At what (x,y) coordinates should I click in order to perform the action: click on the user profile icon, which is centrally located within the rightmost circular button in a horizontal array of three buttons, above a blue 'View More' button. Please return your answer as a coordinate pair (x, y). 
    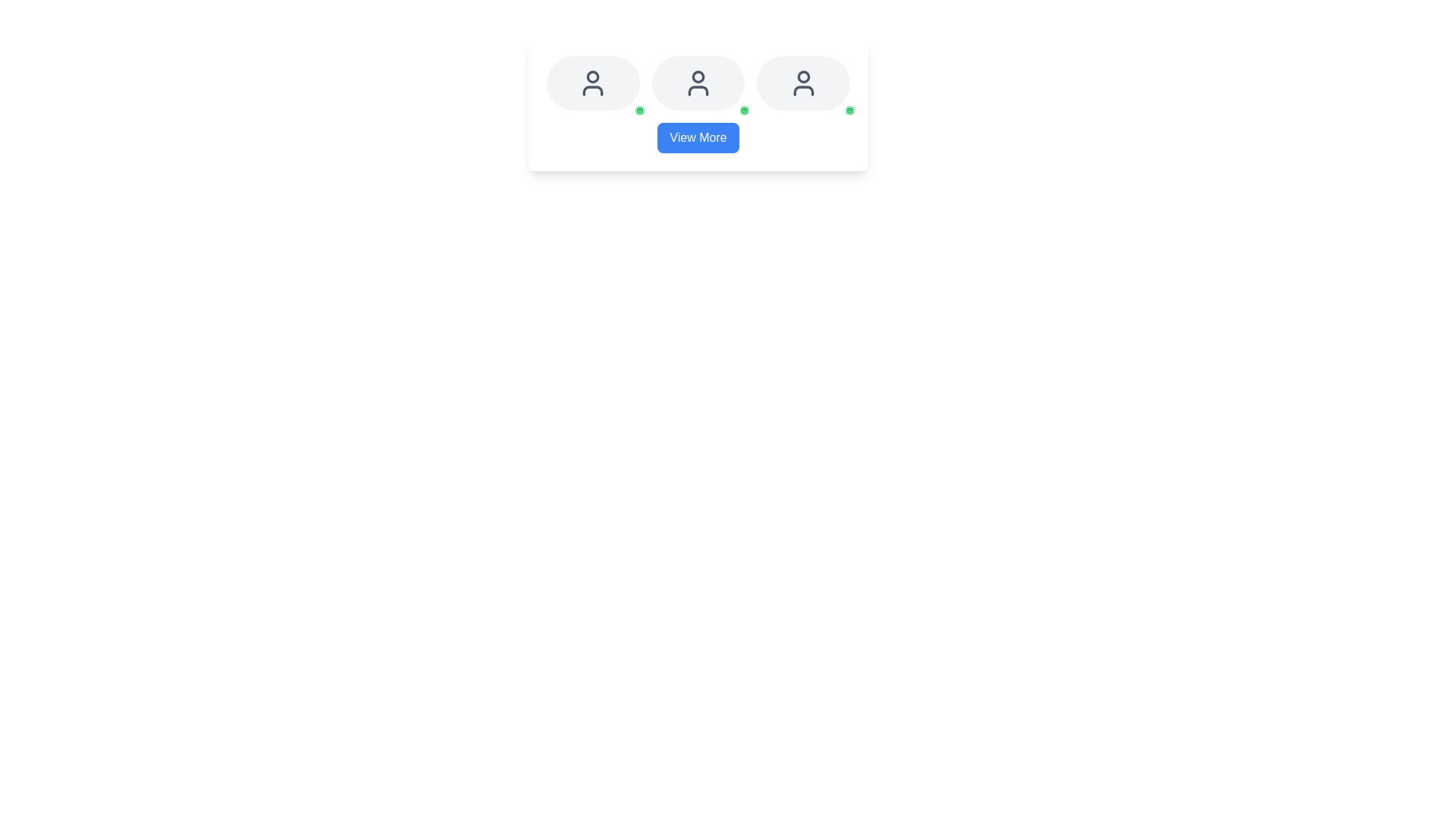
    Looking at the image, I should click on (802, 83).